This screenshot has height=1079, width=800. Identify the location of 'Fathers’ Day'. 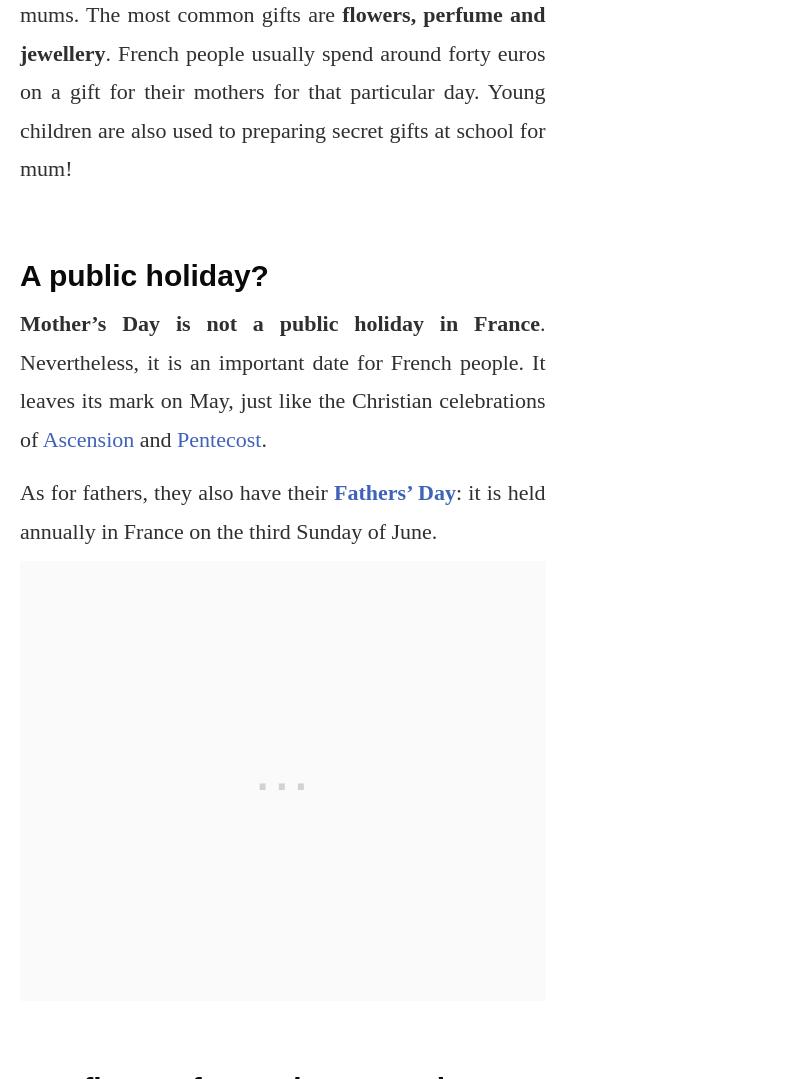
(393, 491).